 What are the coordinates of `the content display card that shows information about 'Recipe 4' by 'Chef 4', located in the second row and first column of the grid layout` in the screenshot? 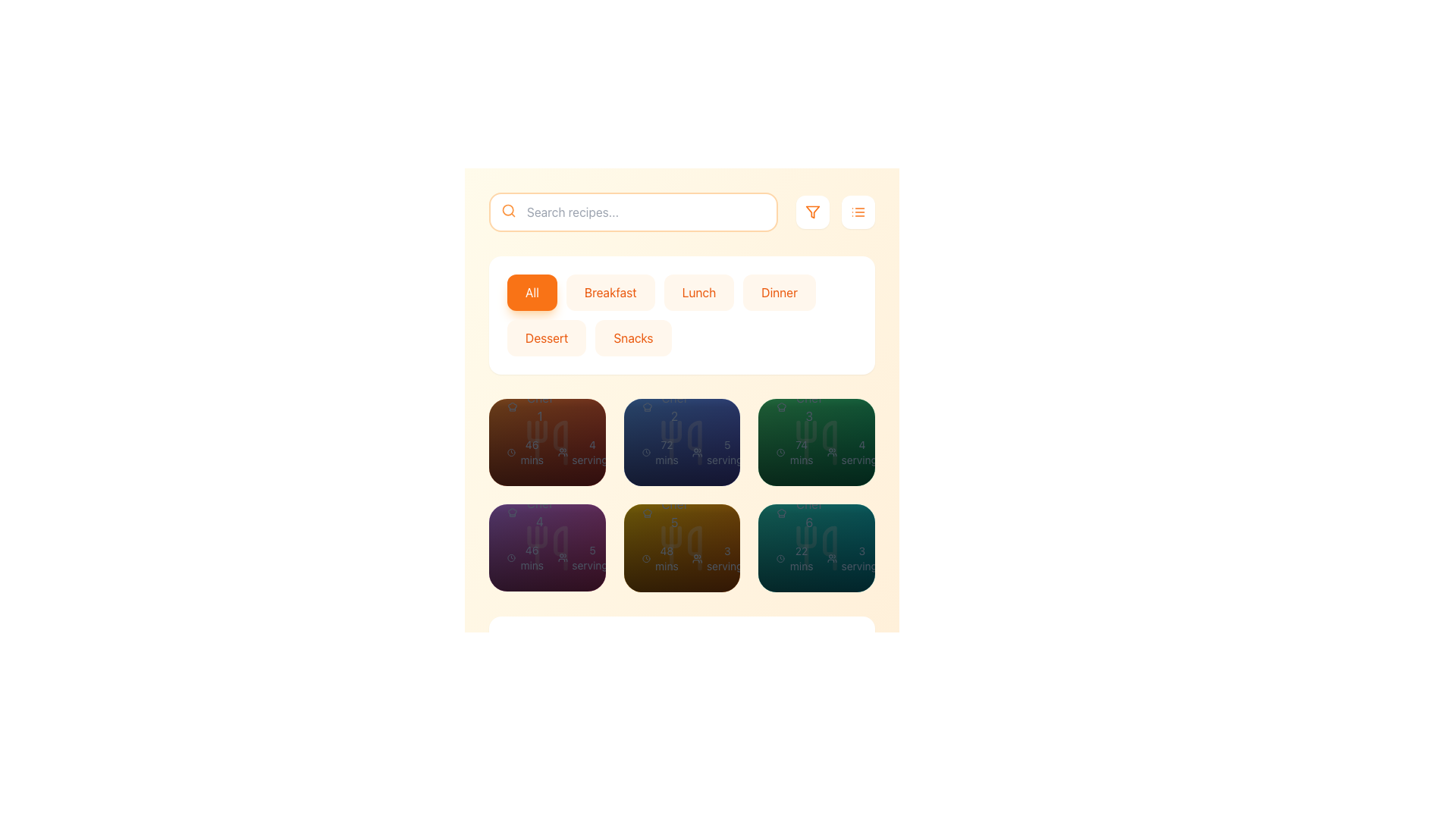 It's located at (531, 491).